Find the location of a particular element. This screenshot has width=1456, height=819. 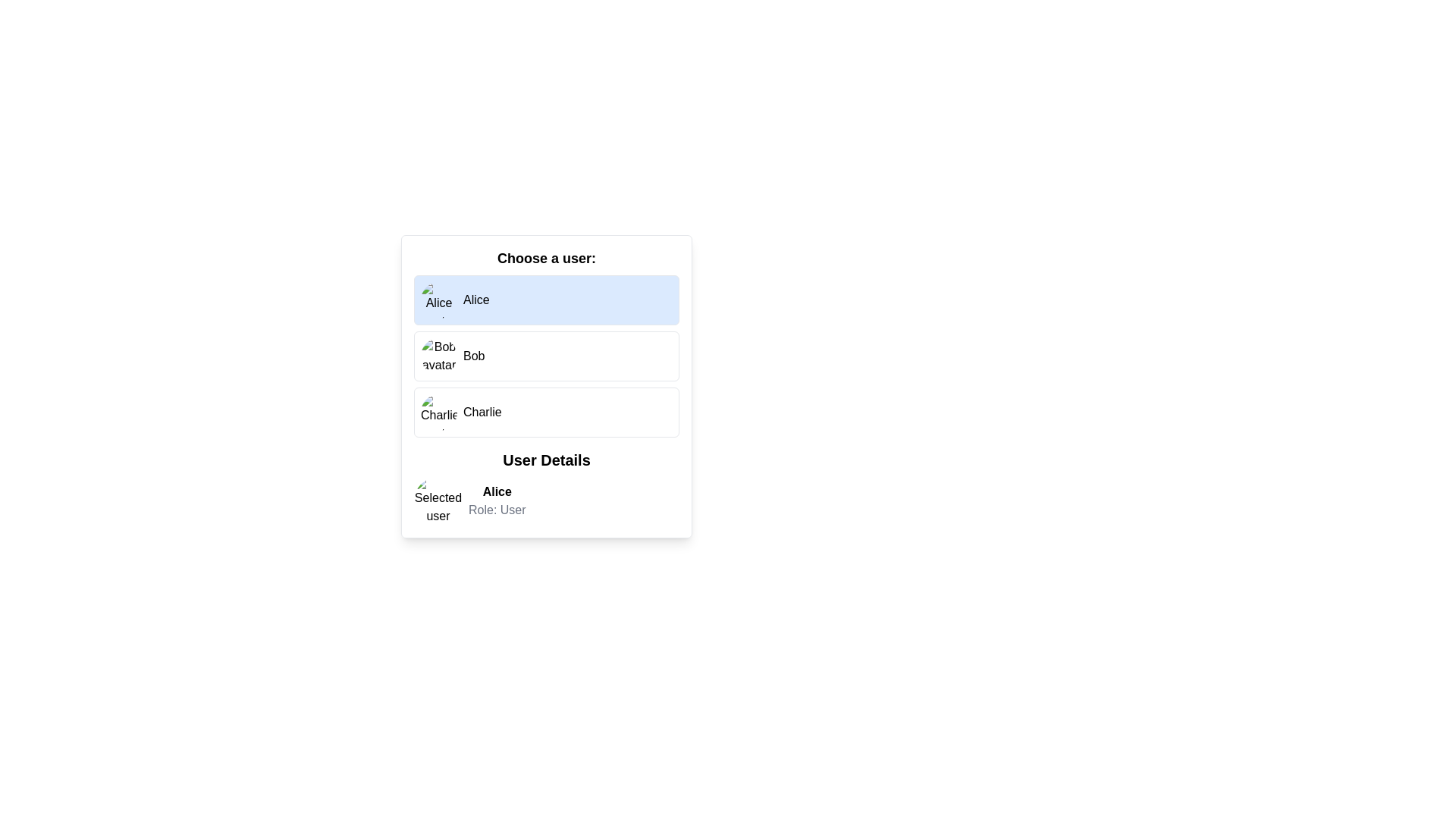

the text label displaying 'Alice' in bold font located under the 'Selected user' section, just above the 'Role: User' text in the 'User Details' panel is located at coordinates (497, 491).